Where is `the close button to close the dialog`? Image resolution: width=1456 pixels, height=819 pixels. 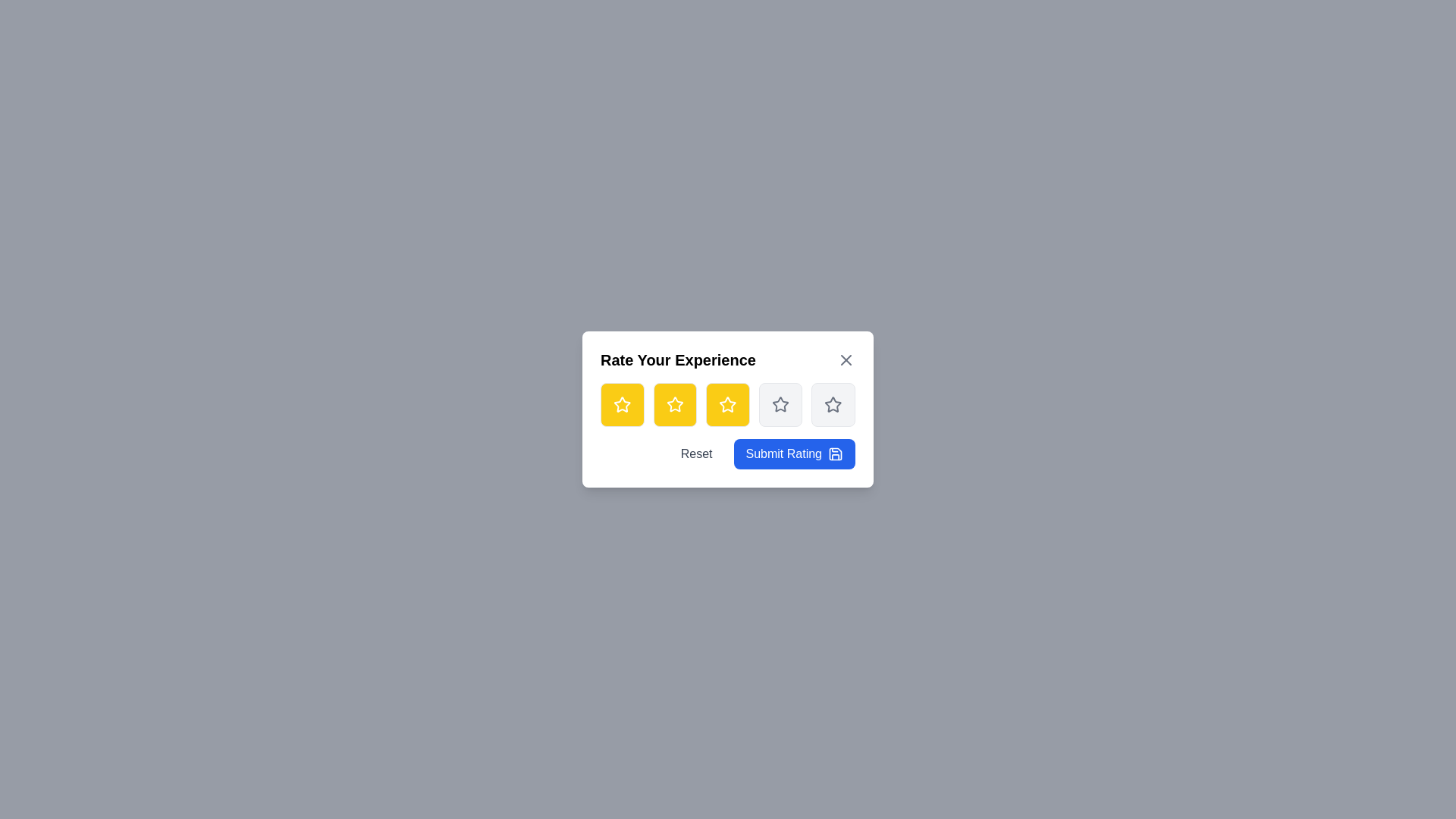
the close button to close the dialog is located at coordinates (846, 359).